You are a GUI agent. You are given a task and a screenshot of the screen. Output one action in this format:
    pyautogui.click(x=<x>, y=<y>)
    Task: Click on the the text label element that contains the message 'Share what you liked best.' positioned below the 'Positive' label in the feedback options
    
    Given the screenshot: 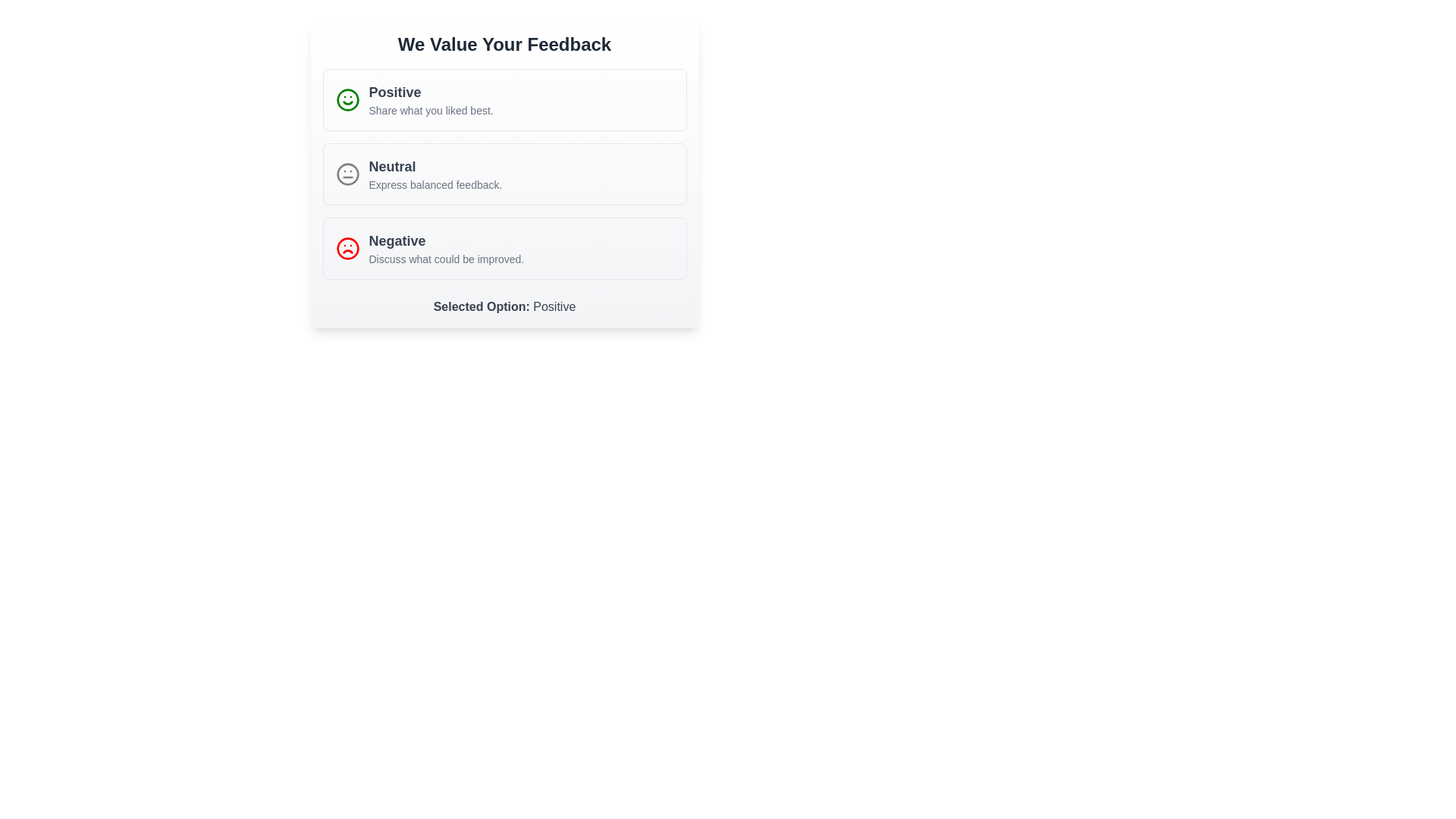 What is the action you would take?
    pyautogui.click(x=430, y=110)
    